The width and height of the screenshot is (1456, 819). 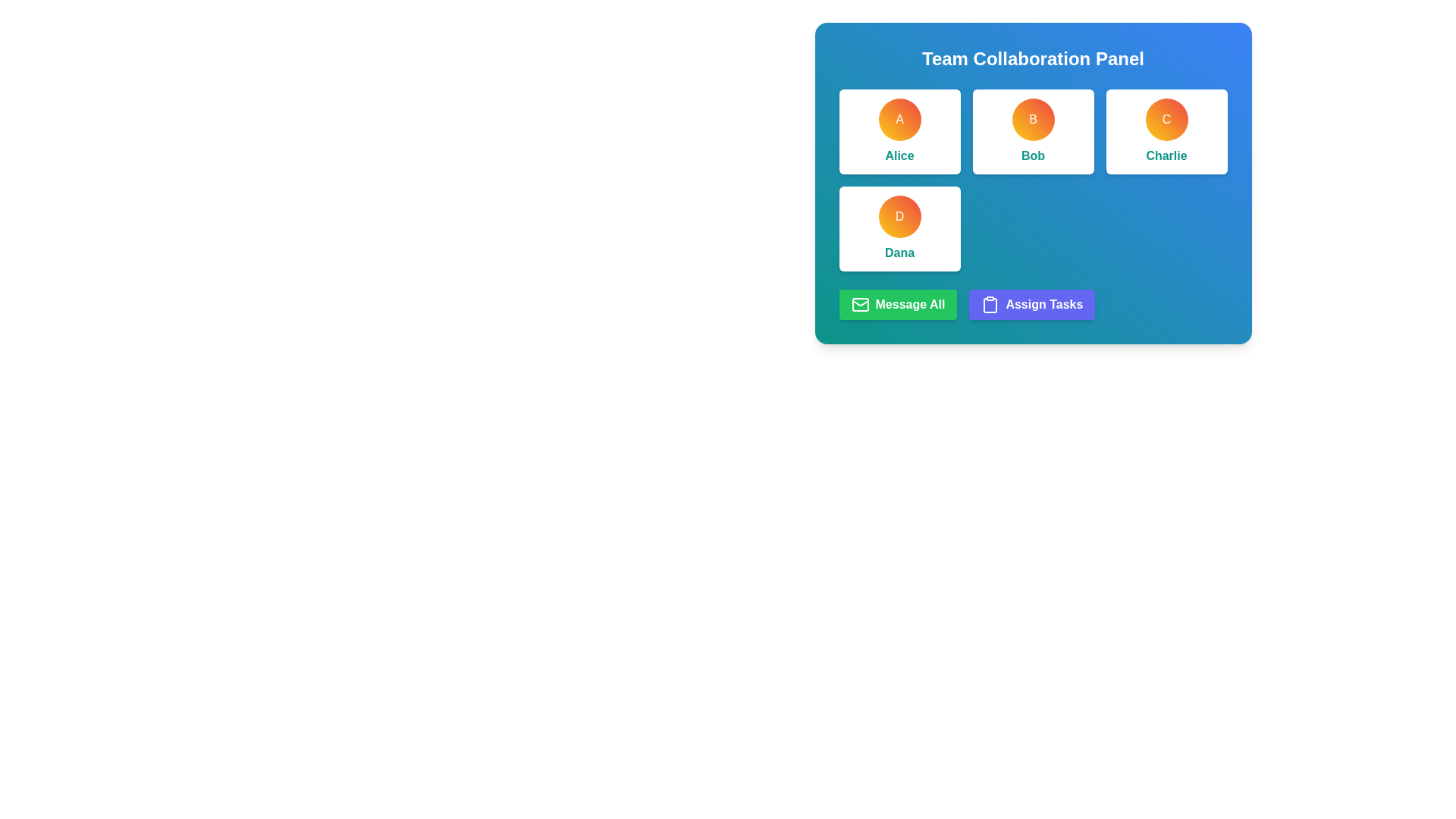 What do you see at coordinates (899, 155) in the screenshot?
I see `the static text element displaying 'Alice', which is styled in bold teal font and located beneath a circular orange gradient background containing the letter 'A'` at bounding box center [899, 155].